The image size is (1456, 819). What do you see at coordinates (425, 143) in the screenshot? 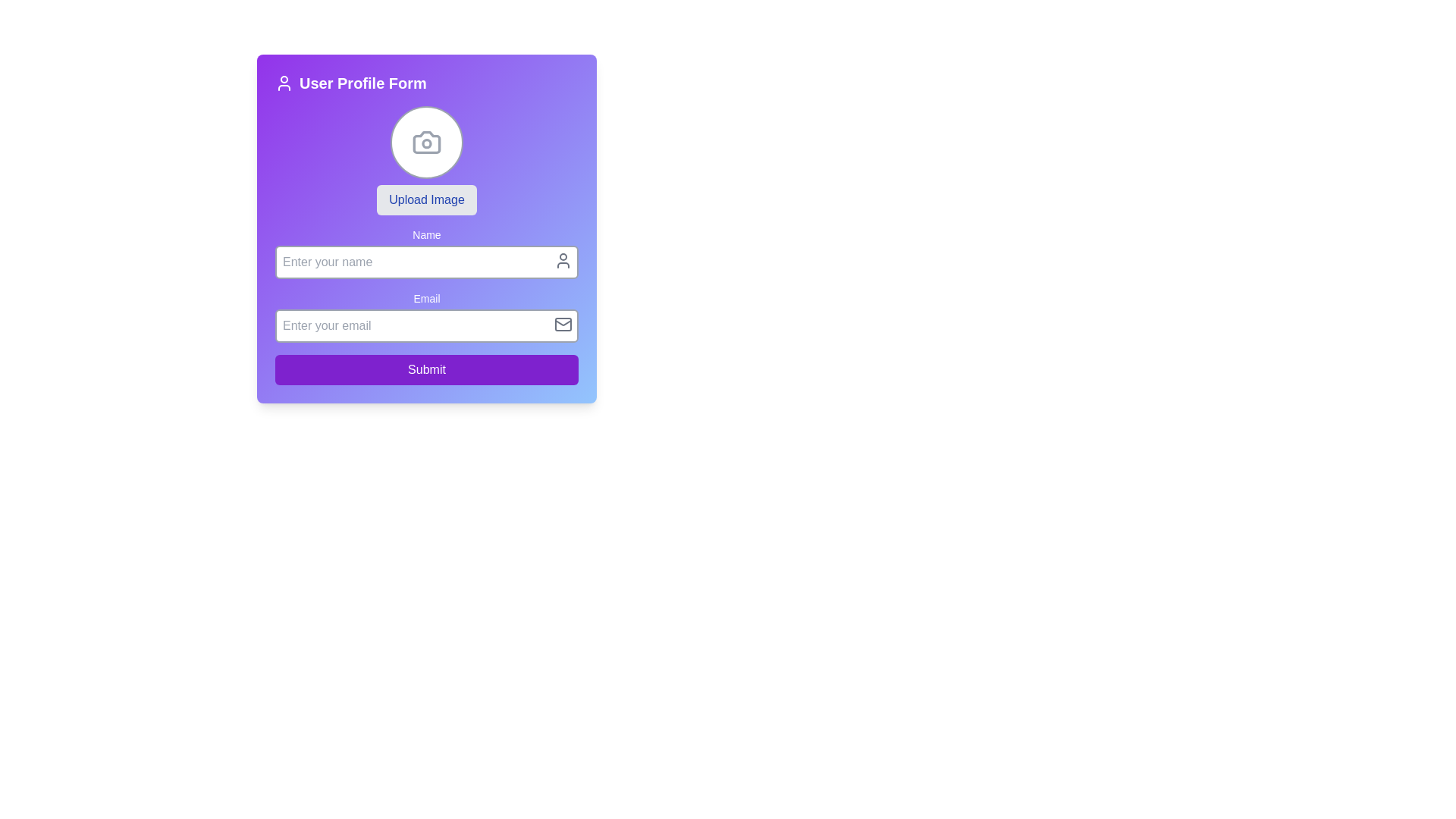
I see `the camera icon located above the 'Upload Image' button, which represents functionality for image uploading or taking a photo` at bounding box center [425, 143].